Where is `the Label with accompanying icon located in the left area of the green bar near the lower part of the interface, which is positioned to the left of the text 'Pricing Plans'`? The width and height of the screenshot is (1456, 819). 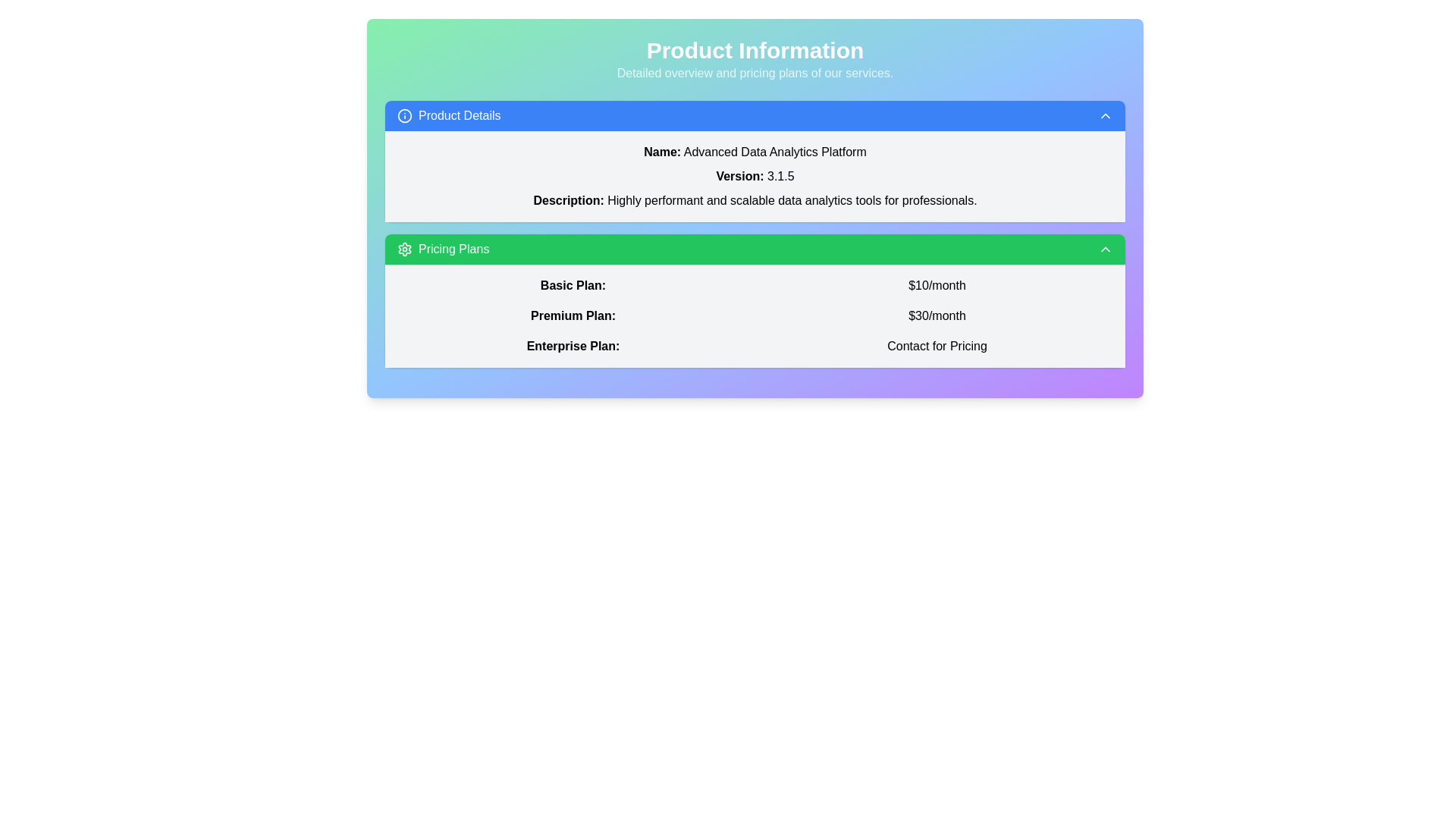
the Label with accompanying icon located in the left area of the green bar near the lower part of the interface, which is positioned to the left of the text 'Pricing Plans' is located at coordinates (442, 248).